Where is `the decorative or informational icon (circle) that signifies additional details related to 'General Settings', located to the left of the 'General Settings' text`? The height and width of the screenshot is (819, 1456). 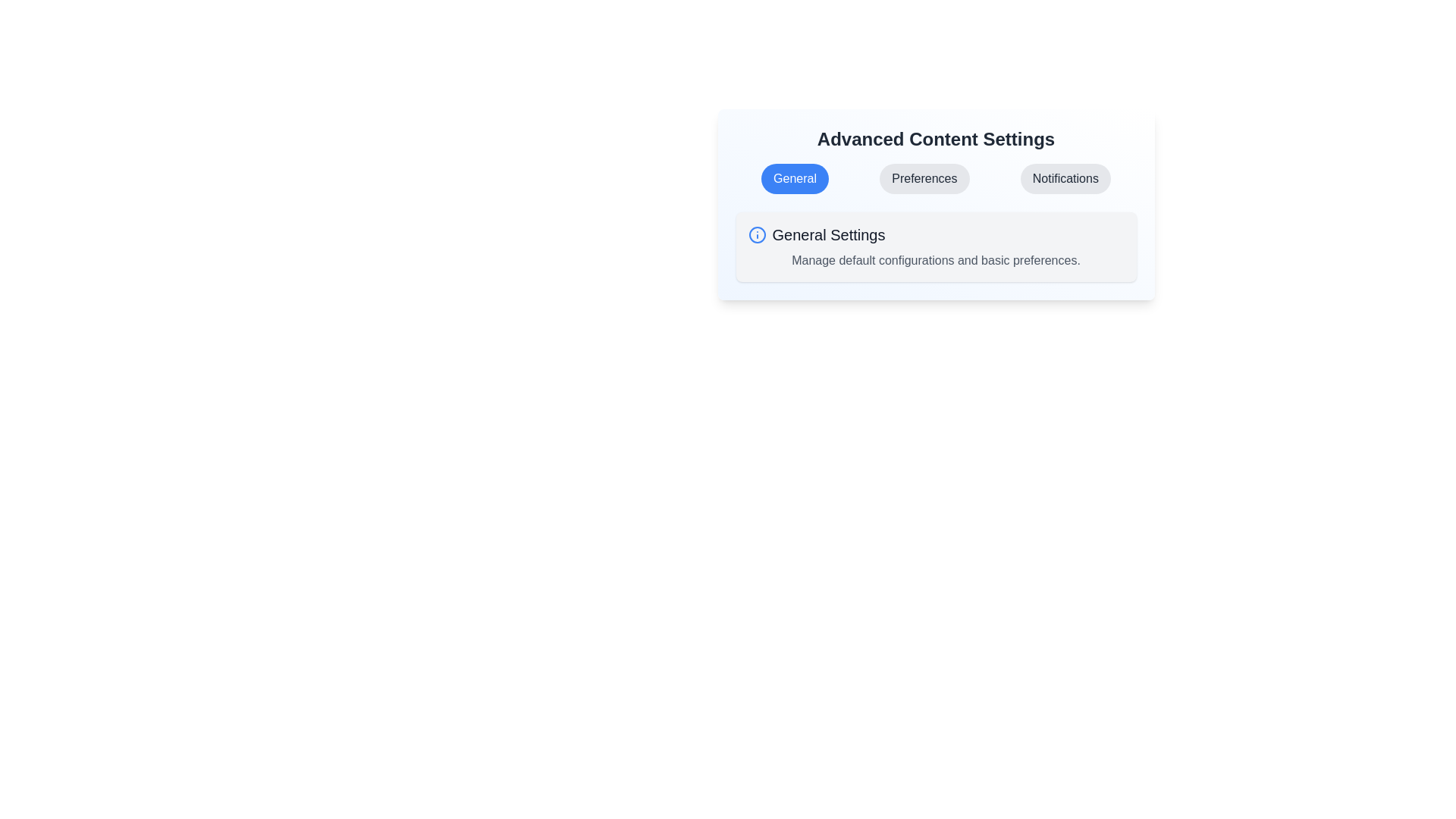 the decorative or informational icon (circle) that signifies additional details related to 'General Settings', located to the left of the 'General Settings' text is located at coordinates (757, 234).